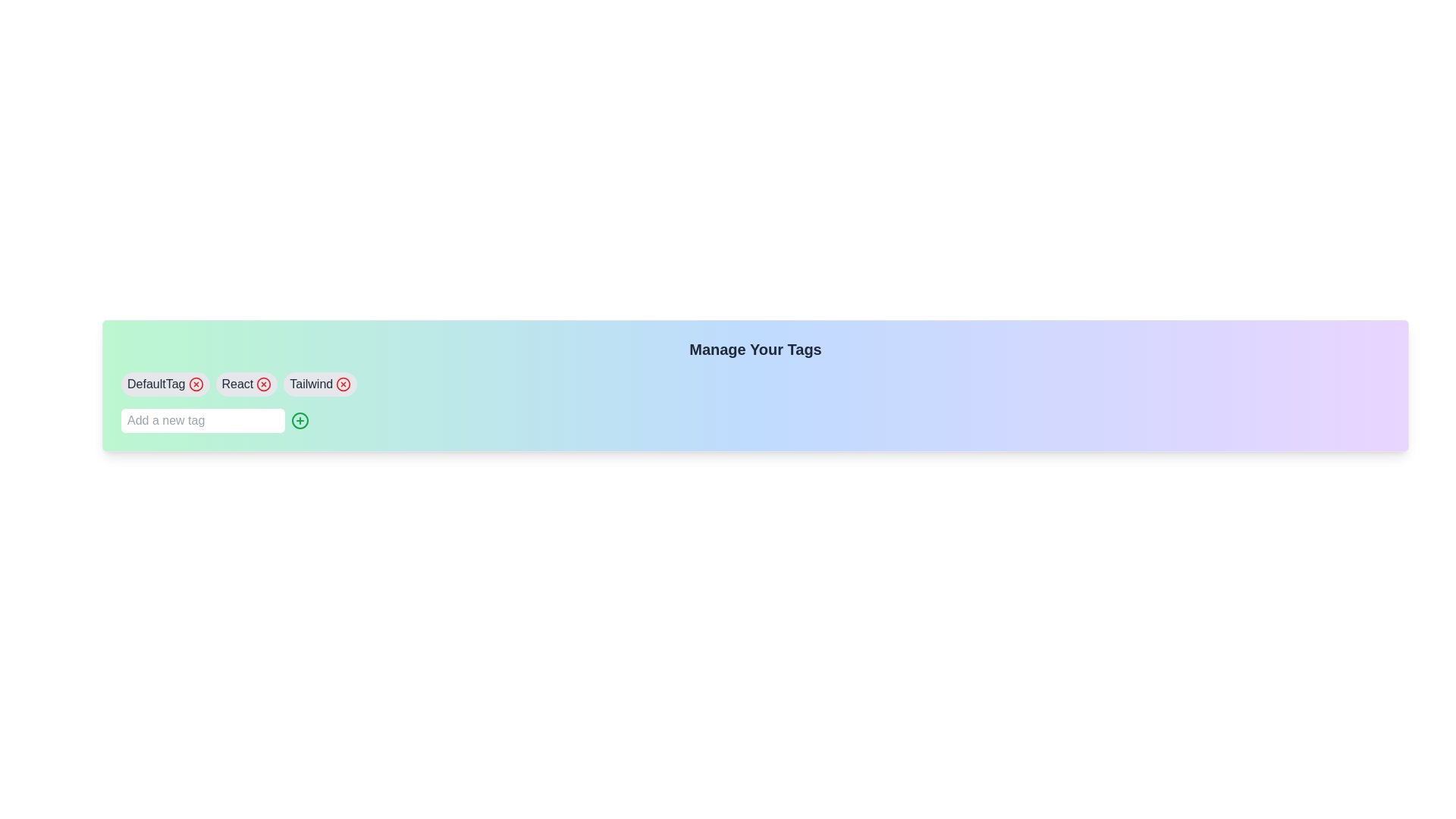 The width and height of the screenshot is (1456, 819). I want to click on the 'React' tag with a delete button, so click(246, 383).